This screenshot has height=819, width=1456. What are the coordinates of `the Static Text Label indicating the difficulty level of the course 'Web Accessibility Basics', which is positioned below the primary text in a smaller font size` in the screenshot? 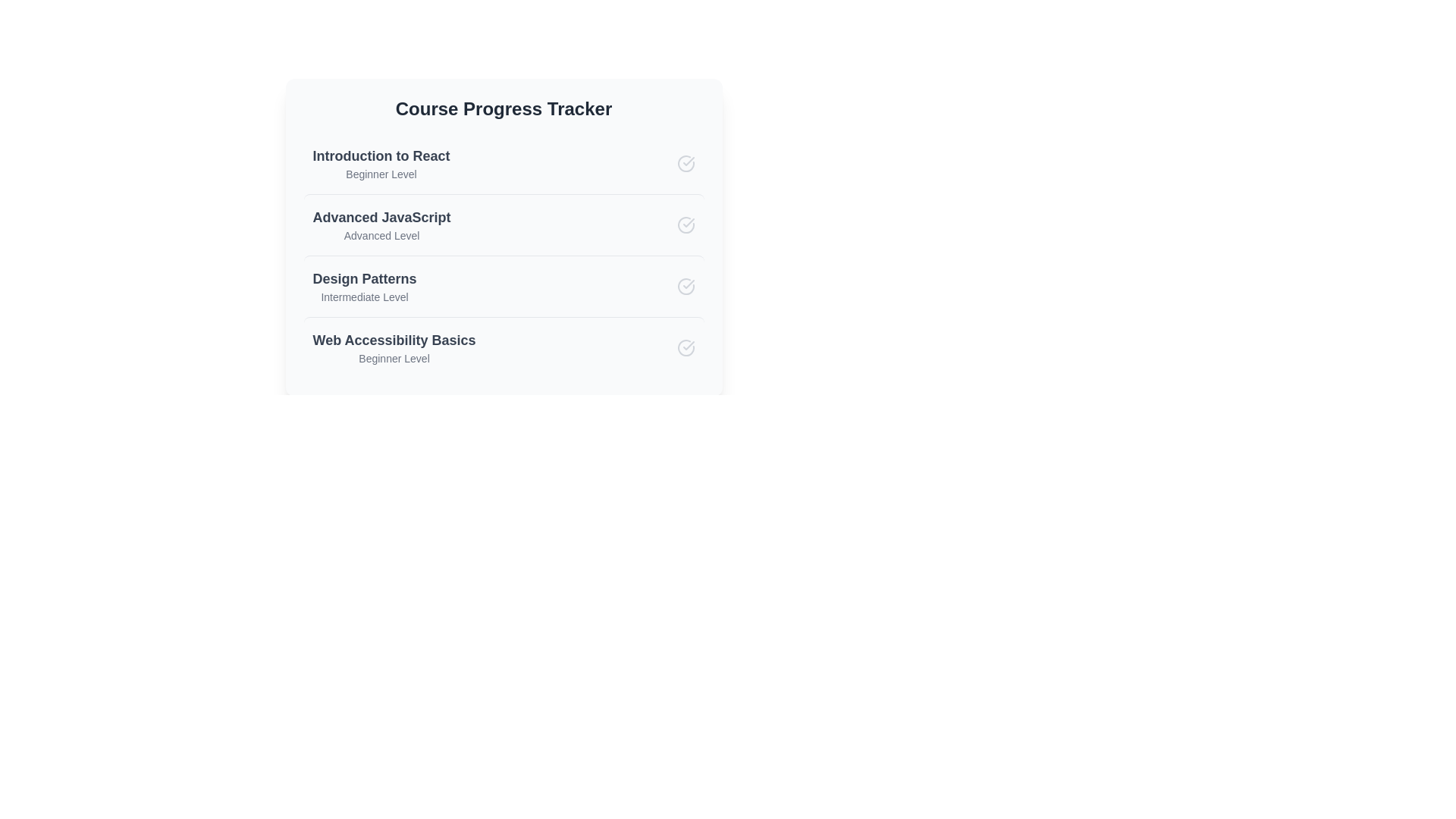 It's located at (394, 359).